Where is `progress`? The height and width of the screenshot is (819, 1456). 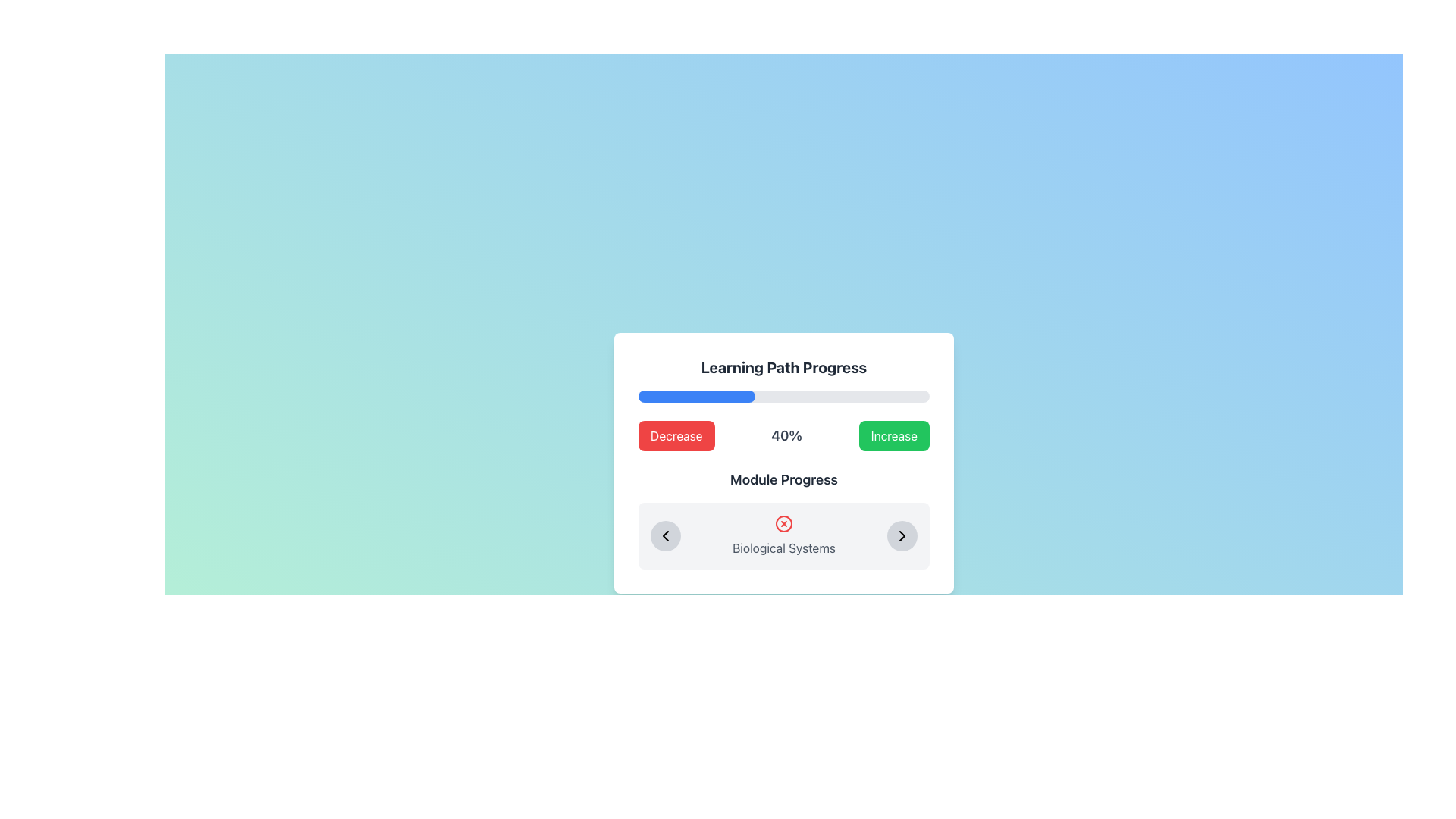 progress is located at coordinates (806, 396).